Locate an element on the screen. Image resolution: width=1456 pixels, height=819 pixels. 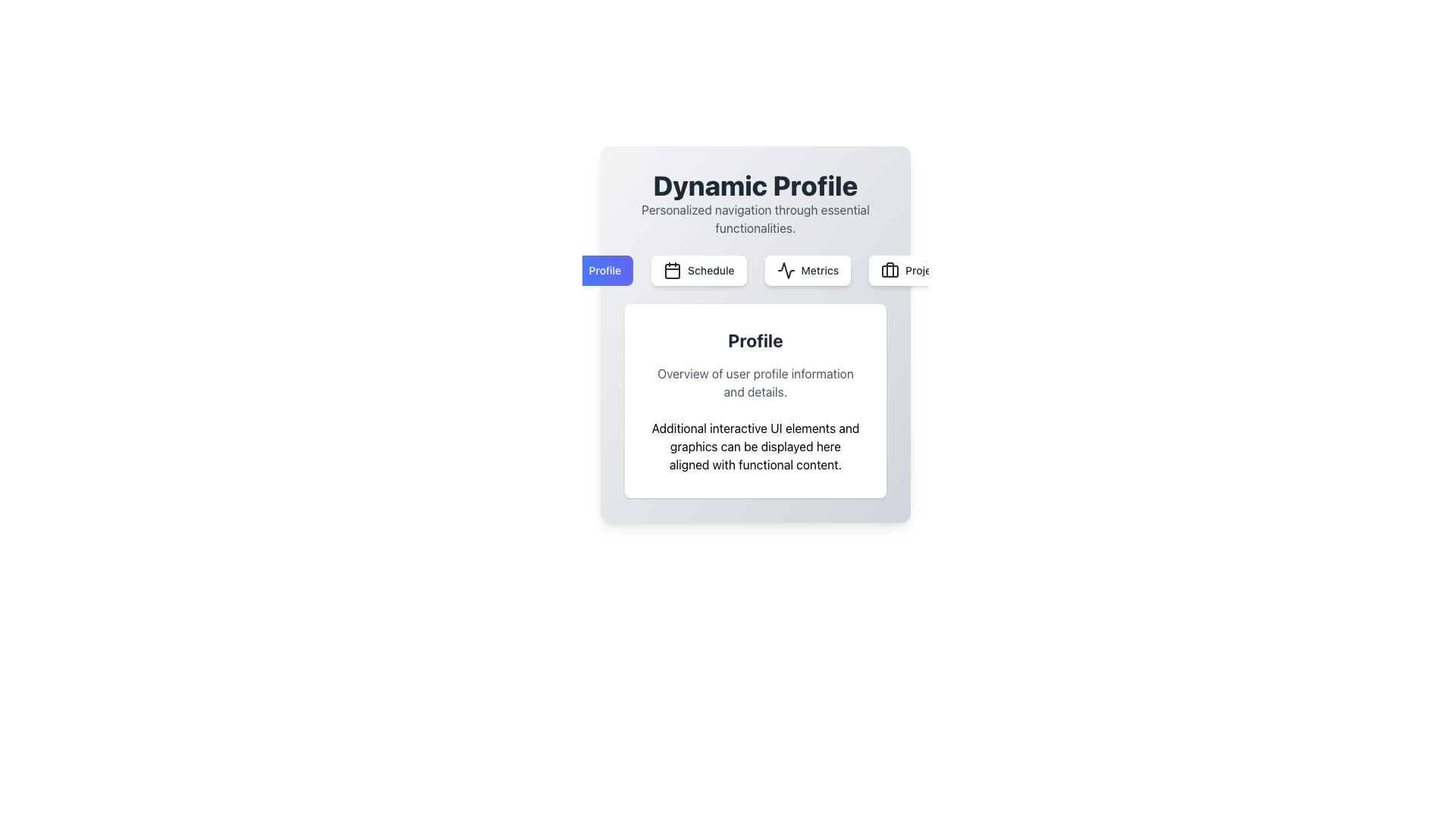
the 'Schedule' button with a white background and gray text, located between 'Profile' and 'Metrics' buttons is located at coordinates (698, 270).